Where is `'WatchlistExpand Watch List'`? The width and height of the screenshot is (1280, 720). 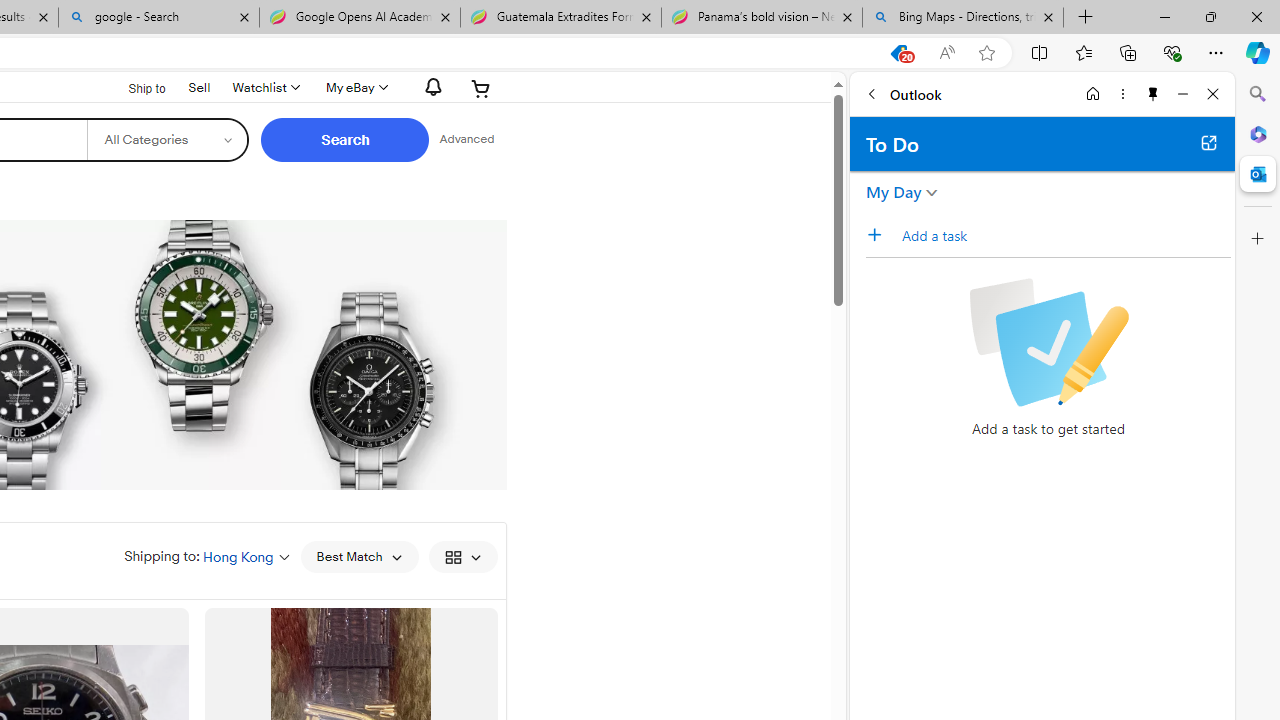
'WatchlistExpand Watch List' is located at coordinates (263, 87).